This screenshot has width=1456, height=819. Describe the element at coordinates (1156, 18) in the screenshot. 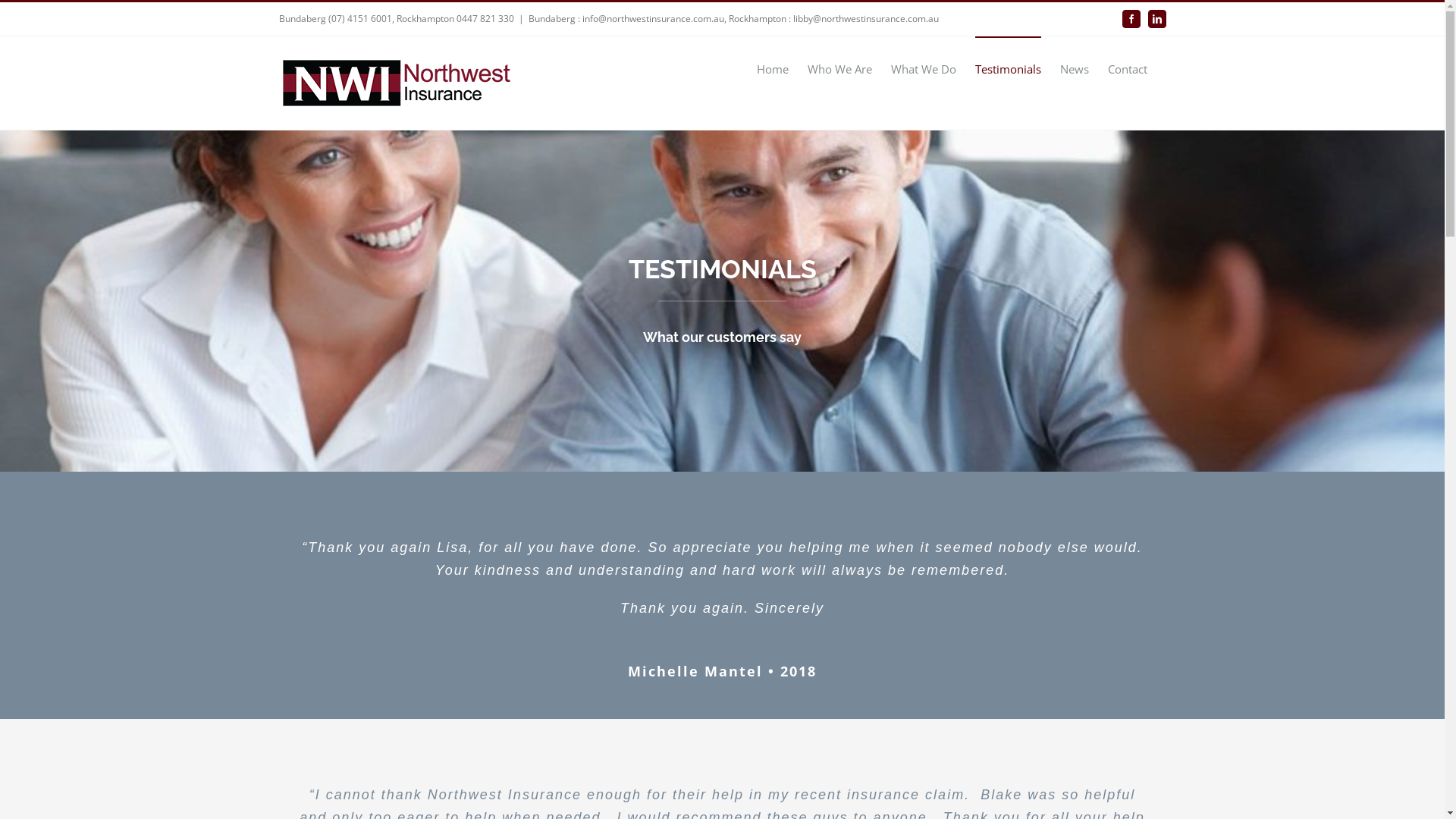

I see `'LinkedIn'` at that location.